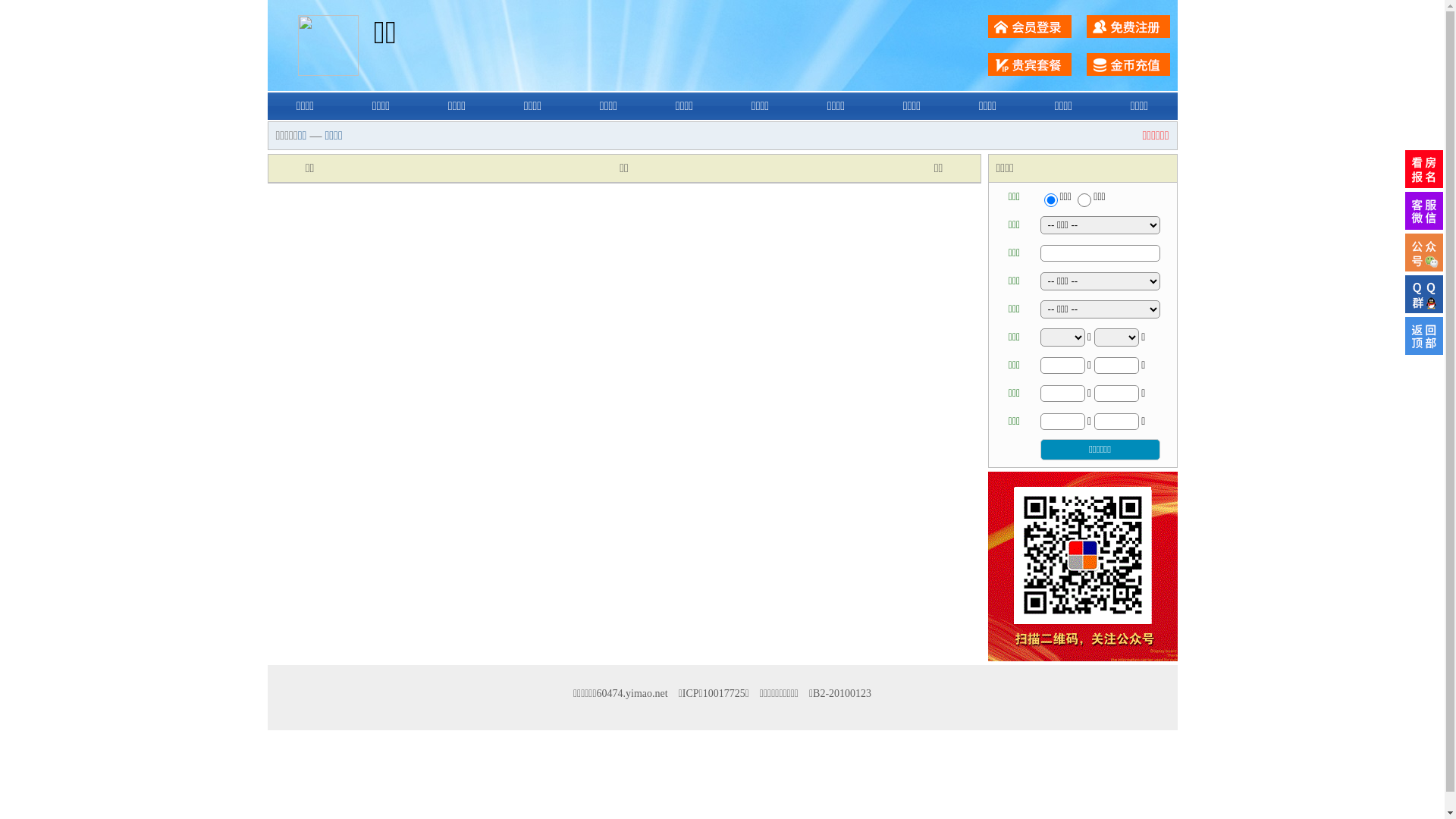 The width and height of the screenshot is (1456, 819). Describe the element at coordinates (1084, 199) in the screenshot. I see `'chuzu'` at that location.